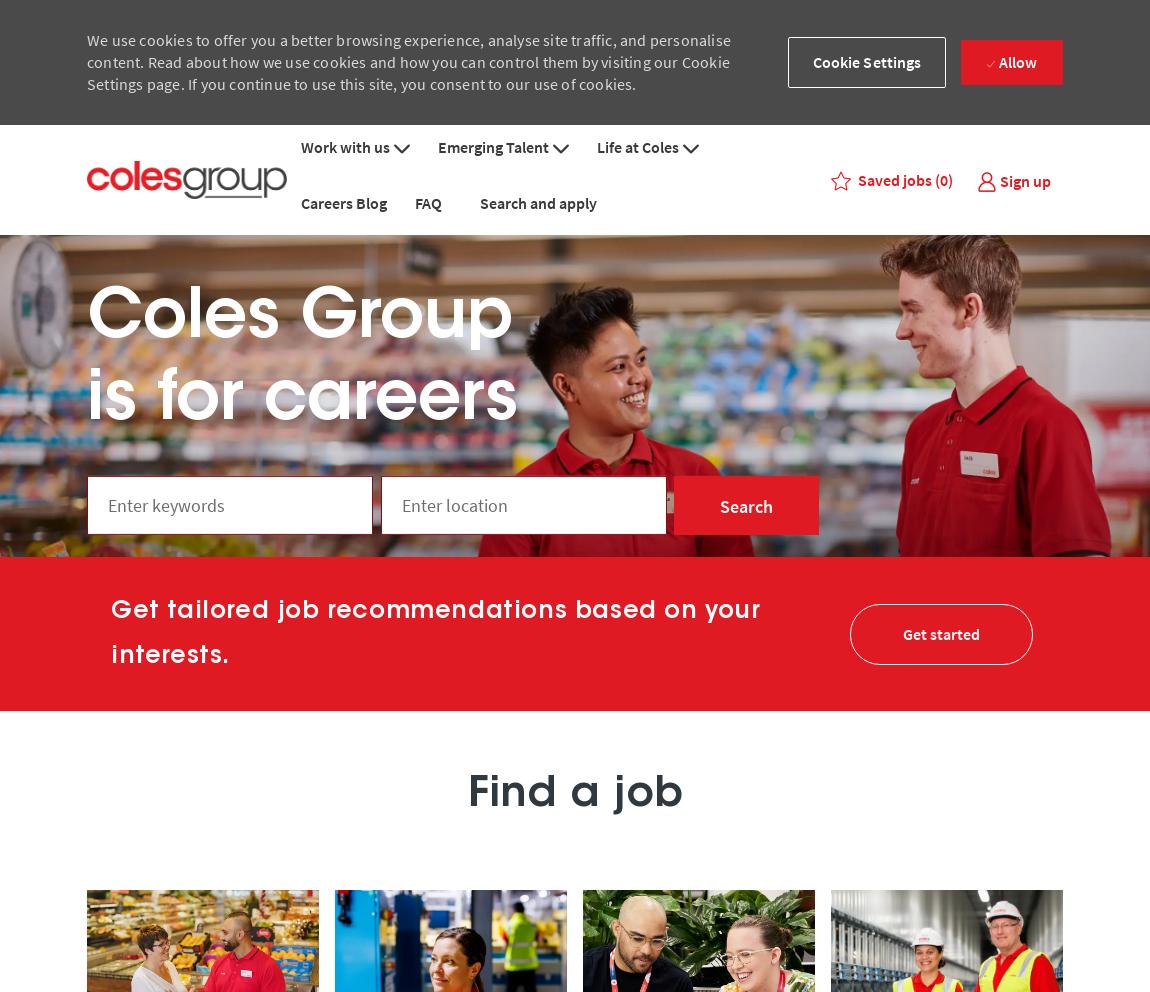 The height and width of the screenshot is (992, 1150). What do you see at coordinates (493, 147) in the screenshot?
I see `'Emerging Talent'` at bounding box center [493, 147].